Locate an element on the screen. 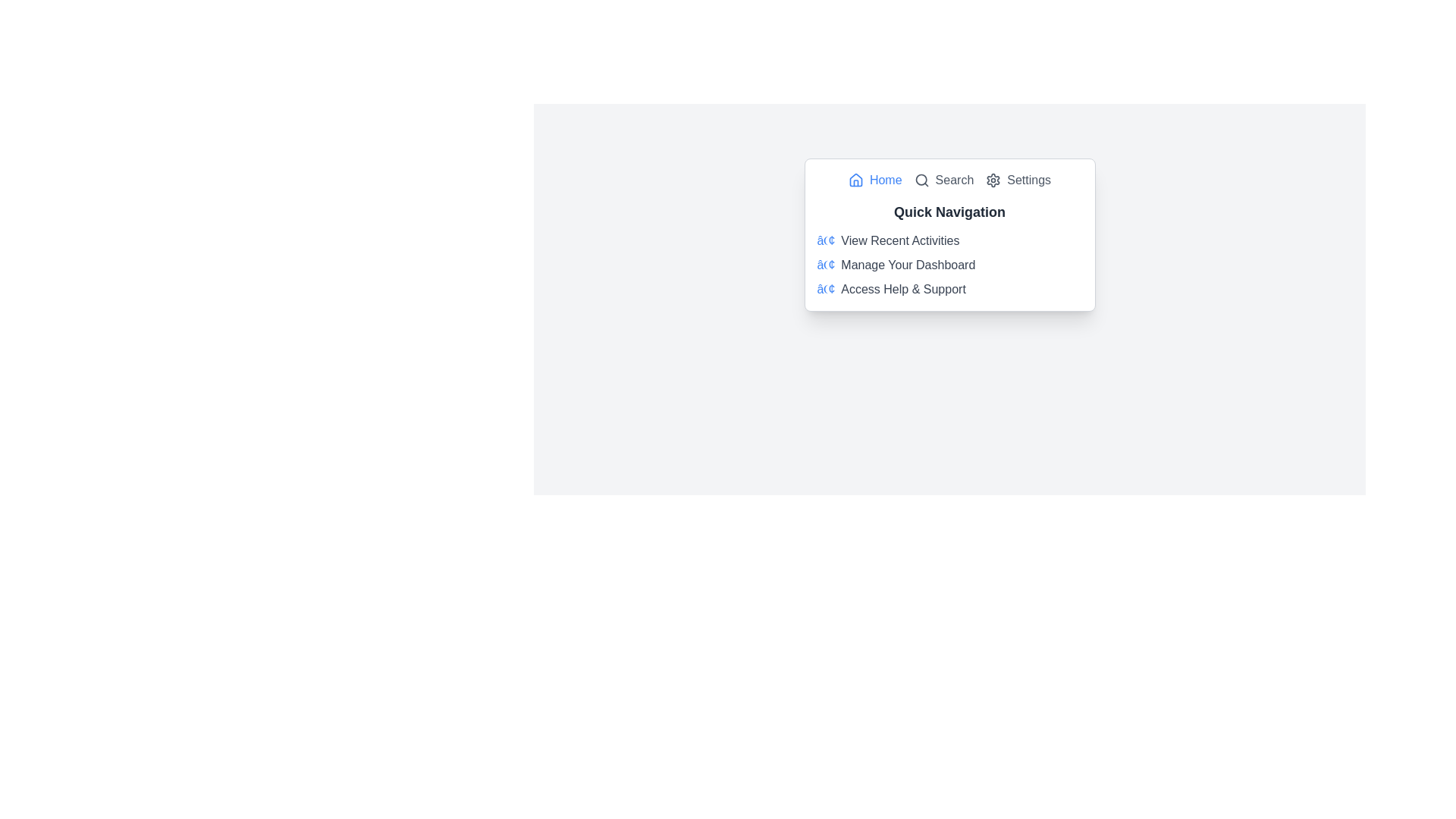 This screenshot has width=1456, height=819. the blue text element labeled 'Home' in the top-left section of the dropdown menu is located at coordinates (886, 180).